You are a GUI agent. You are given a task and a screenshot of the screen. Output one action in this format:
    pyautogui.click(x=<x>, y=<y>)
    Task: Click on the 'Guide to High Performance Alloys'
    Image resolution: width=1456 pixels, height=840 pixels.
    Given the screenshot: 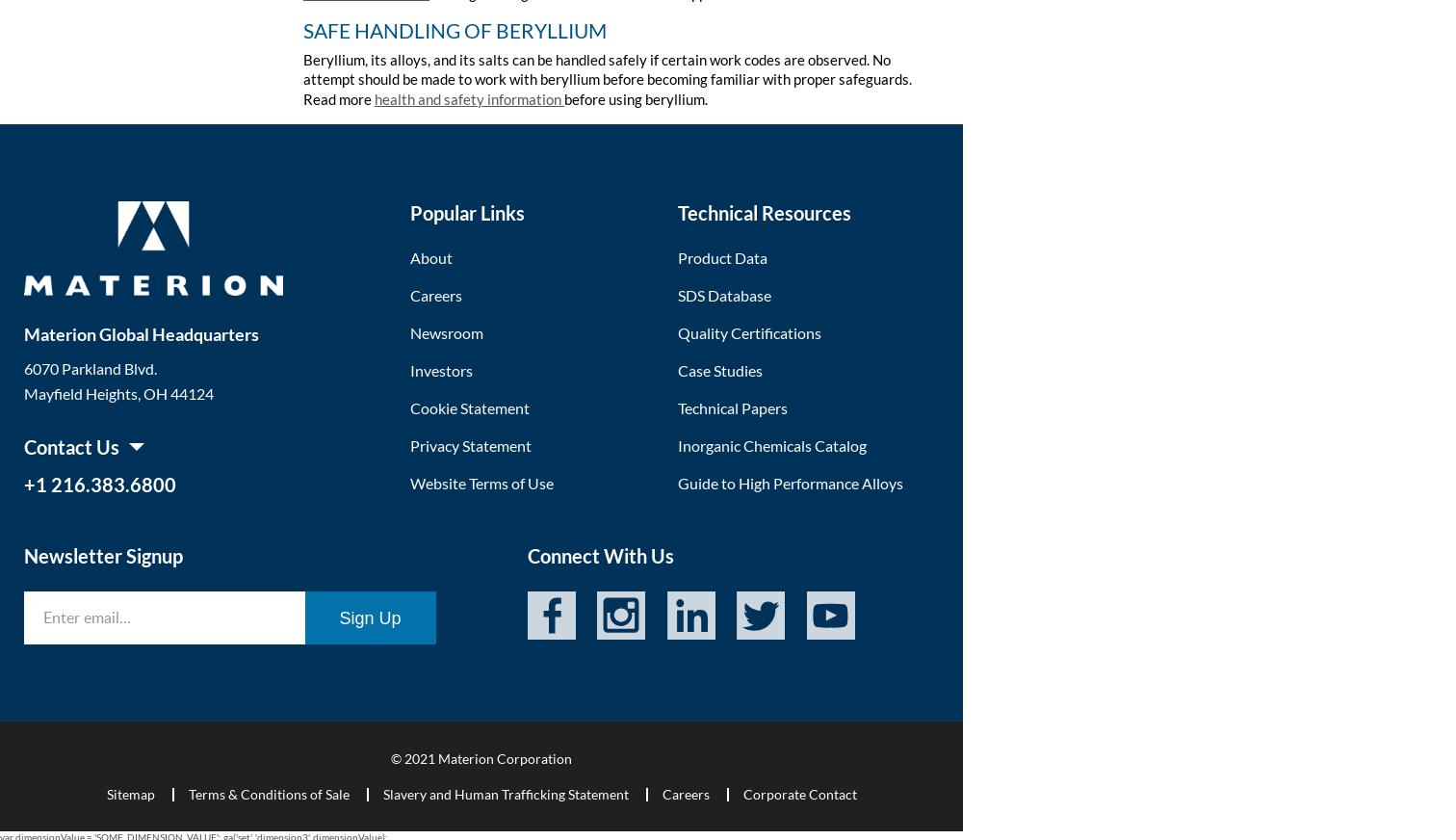 What is the action you would take?
    pyautogui.click(x=789, y=481)
    